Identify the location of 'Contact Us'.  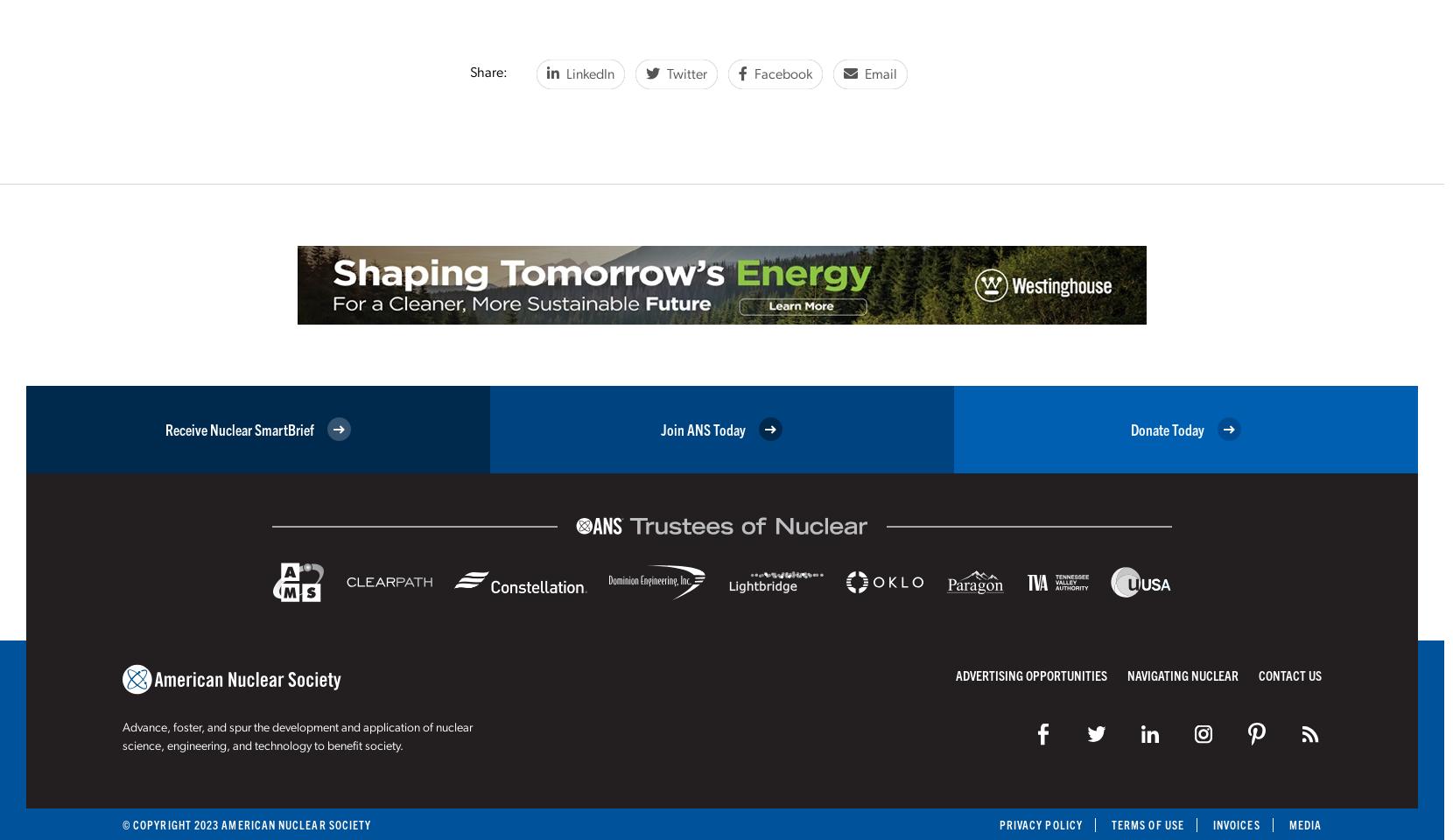
(1289, 673).